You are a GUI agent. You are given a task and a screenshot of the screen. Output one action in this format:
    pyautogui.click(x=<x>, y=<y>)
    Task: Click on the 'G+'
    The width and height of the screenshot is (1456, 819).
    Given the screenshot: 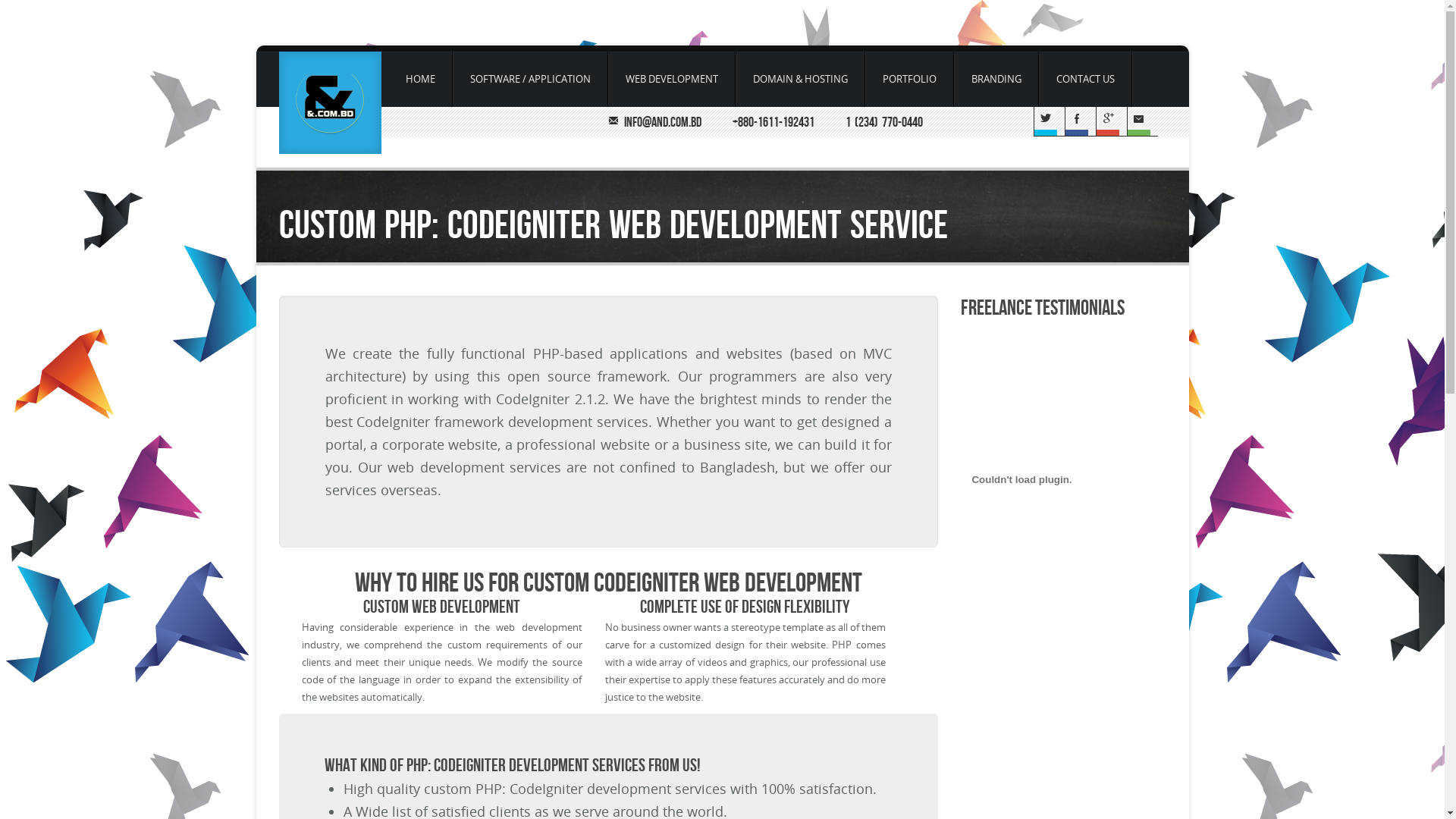 What is the action you would take?
    pyautogui.click(x=1111, y=121)
    